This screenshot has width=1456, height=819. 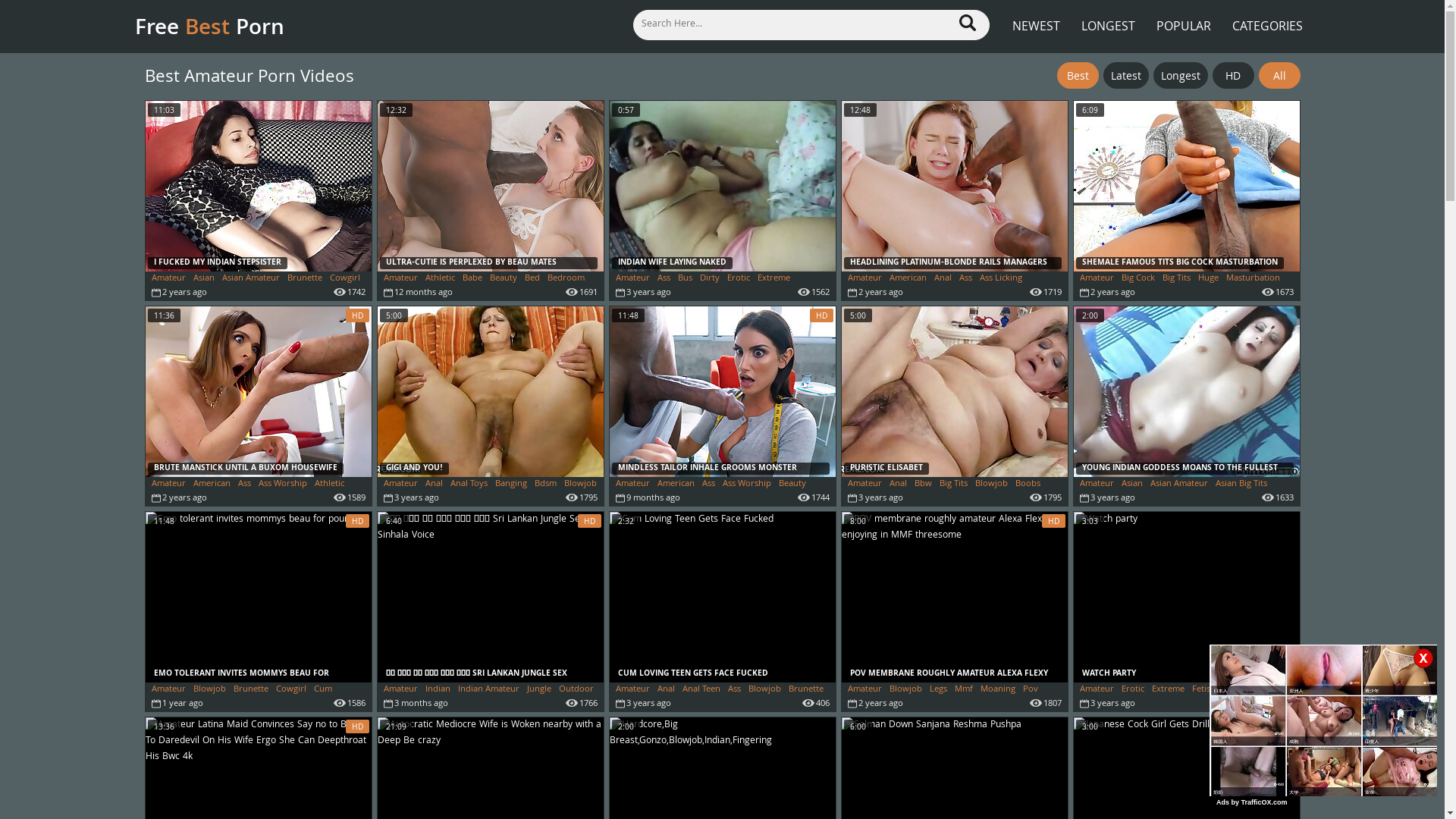 I want to click on 'Extreme', so click(x=1166, y=689).